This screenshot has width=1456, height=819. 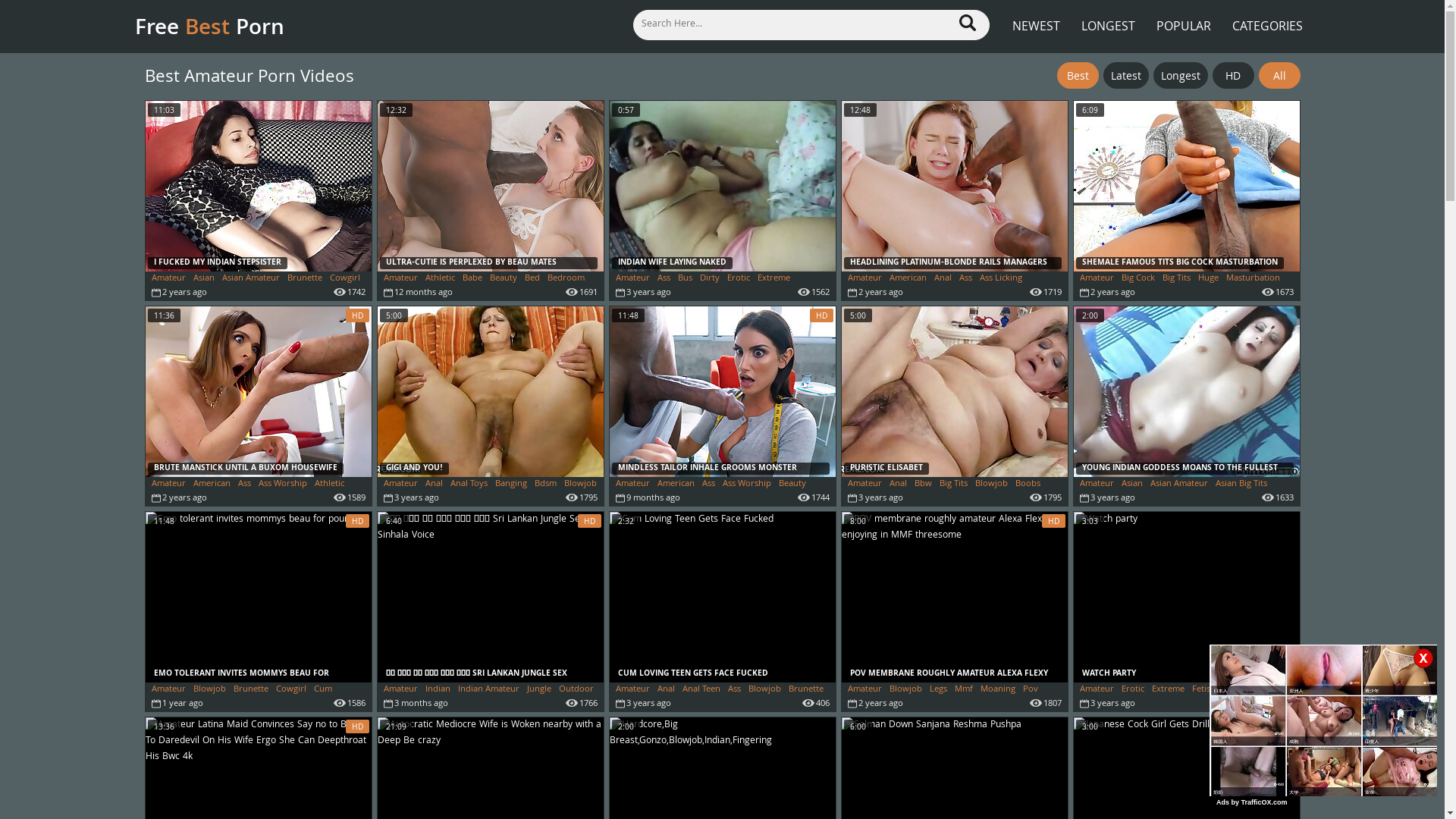 I want to click on 'Extreme', so click(x=1166, y=689).